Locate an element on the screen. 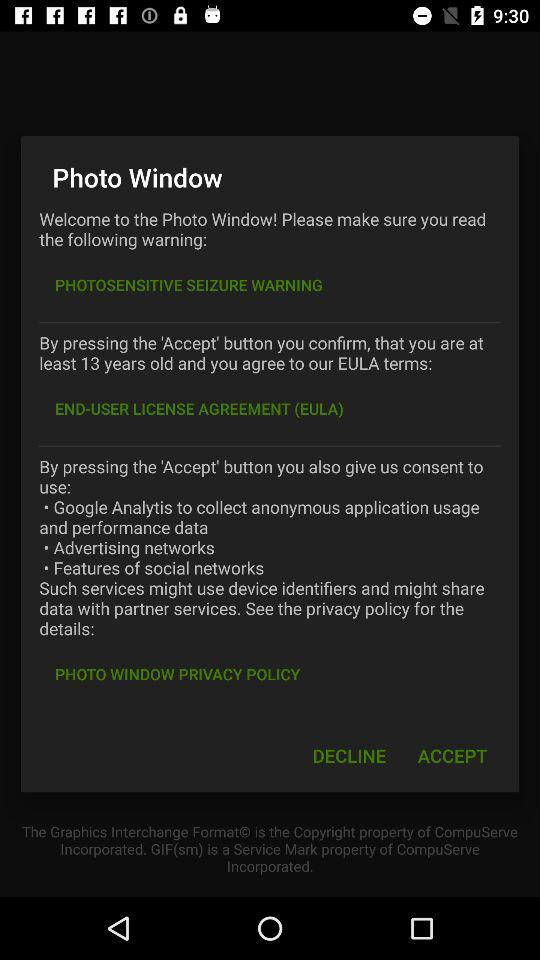 This screenshot has height=960, width=540. item to the left of the accept icon is located at coordinates (348, 754).